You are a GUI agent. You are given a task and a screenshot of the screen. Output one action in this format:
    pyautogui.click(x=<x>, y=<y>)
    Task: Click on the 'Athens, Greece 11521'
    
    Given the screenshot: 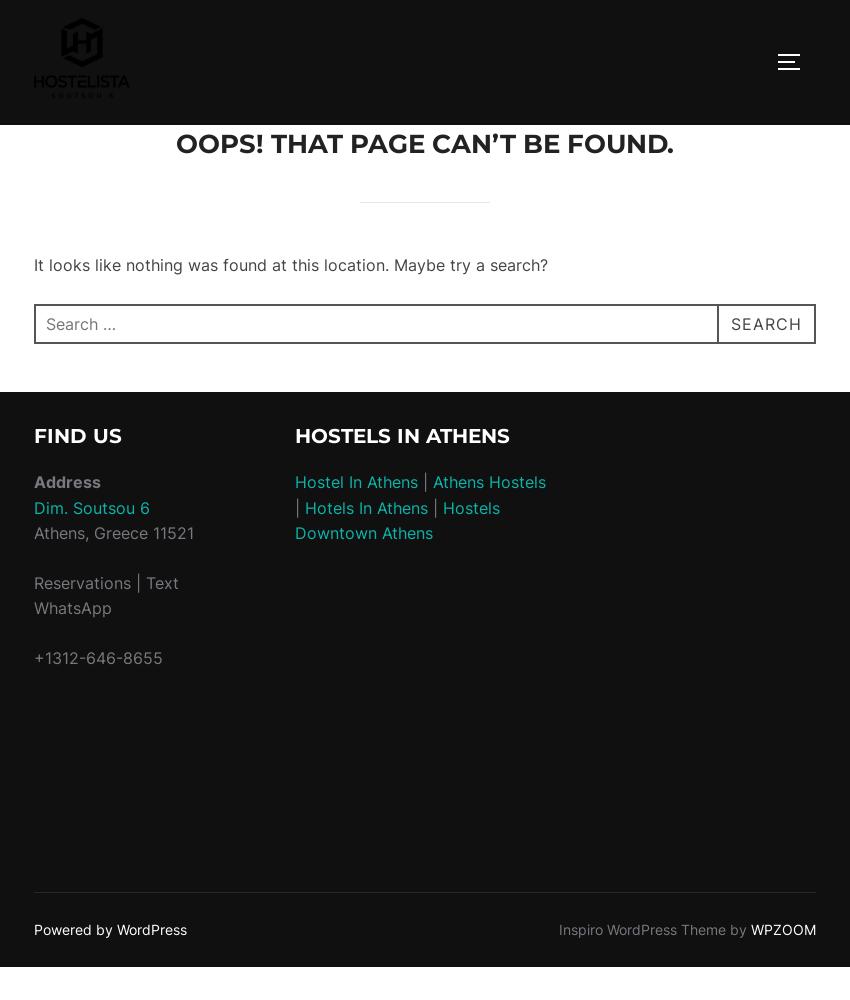 What is the action you would take?
    pyautogui.click(x=33, y=533)
    